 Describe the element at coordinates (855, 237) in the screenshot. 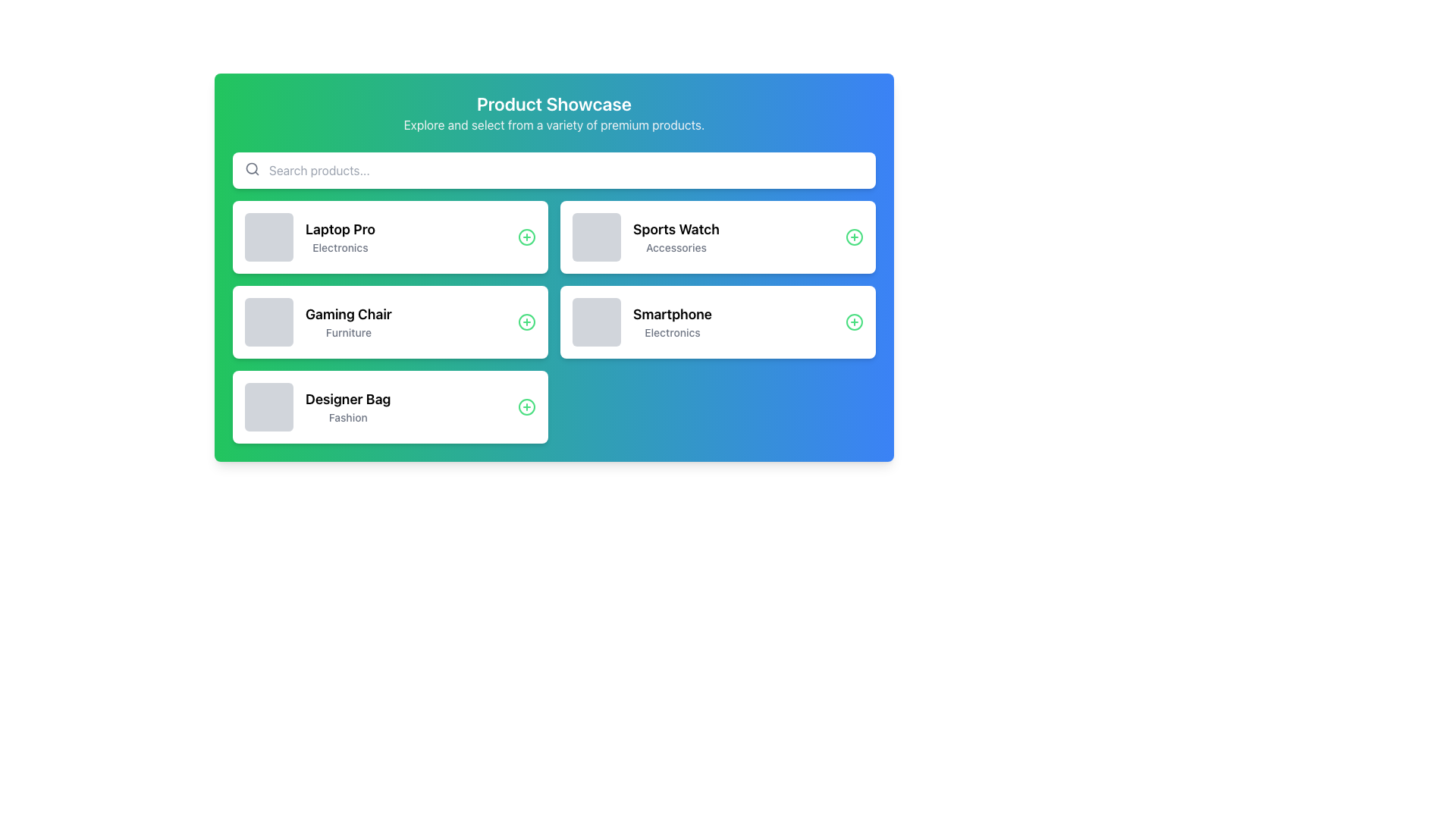

I see `the circular part of the '+' icon located inside the 'Sports Watch' card in the right column of the interface grid` at that location.